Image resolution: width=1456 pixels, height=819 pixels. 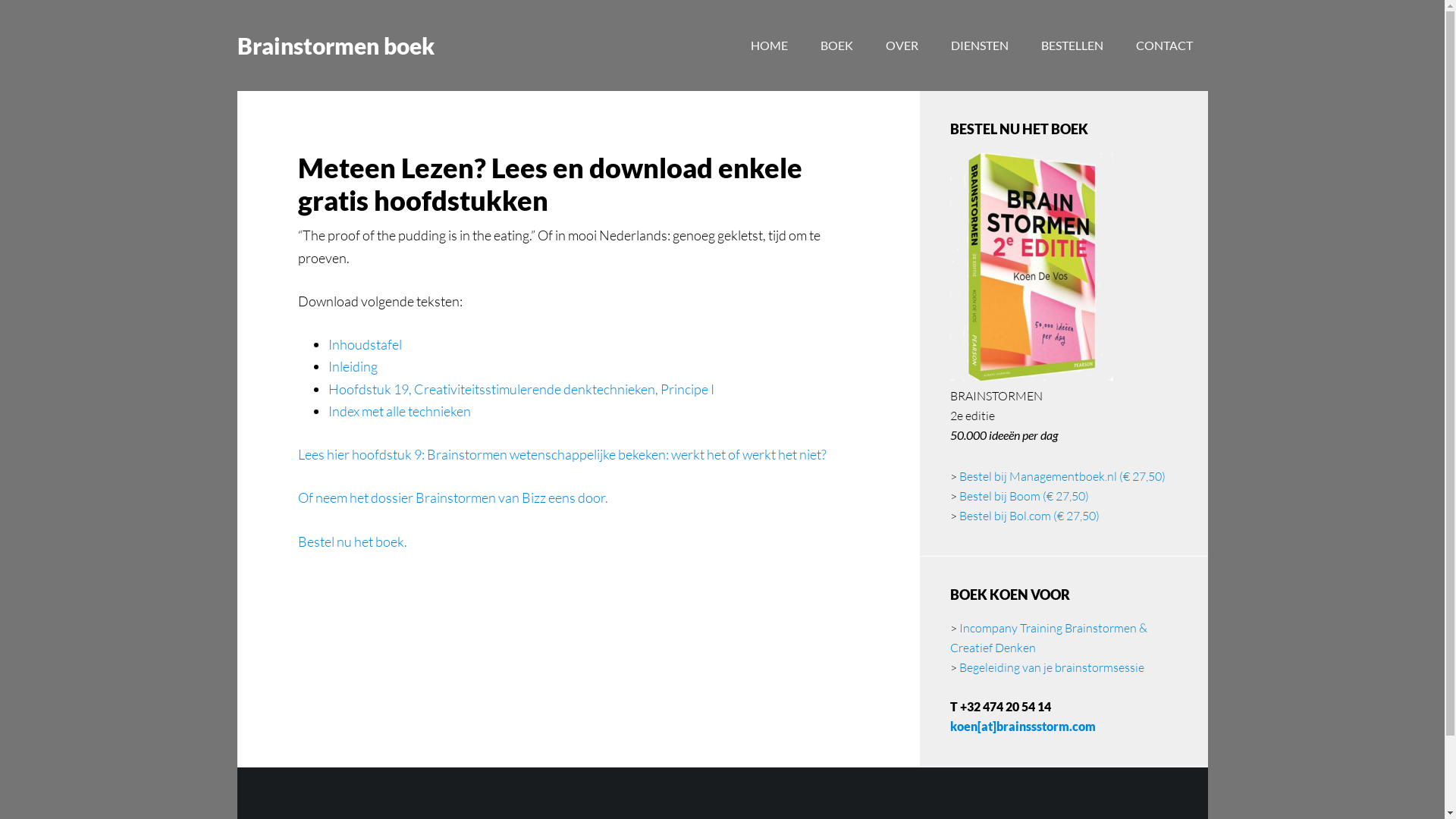 What do you see at coordinates (735, 45) in the screenshot?
I see `'HOME'` at bounding box center [735, 45].